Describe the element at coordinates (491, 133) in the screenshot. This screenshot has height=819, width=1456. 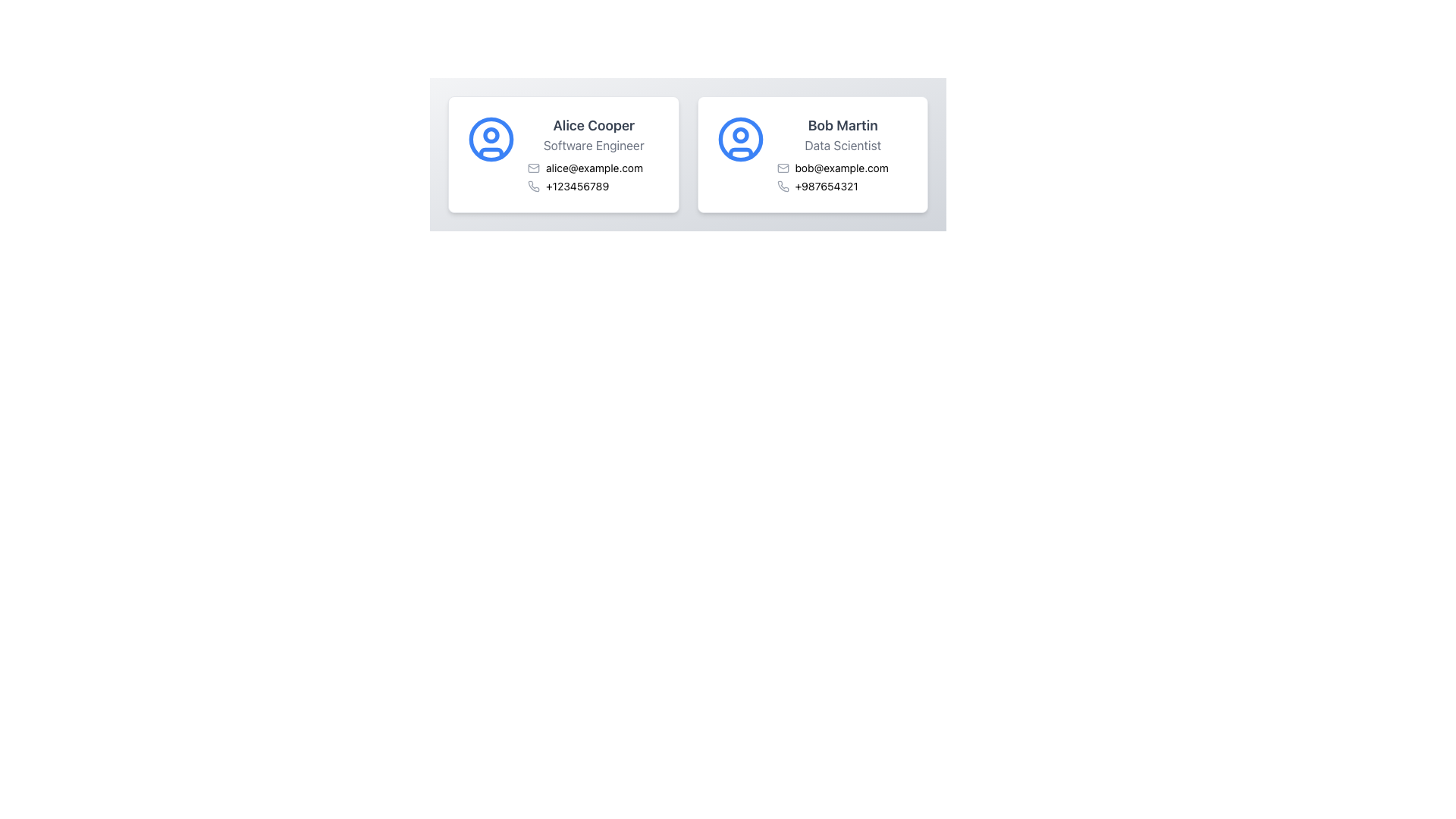
I see `the decorative element representing the user's head within the profile icon, which is the second sub-element in the user profile icon located to the left of 'Alice Cooper'` at that location.